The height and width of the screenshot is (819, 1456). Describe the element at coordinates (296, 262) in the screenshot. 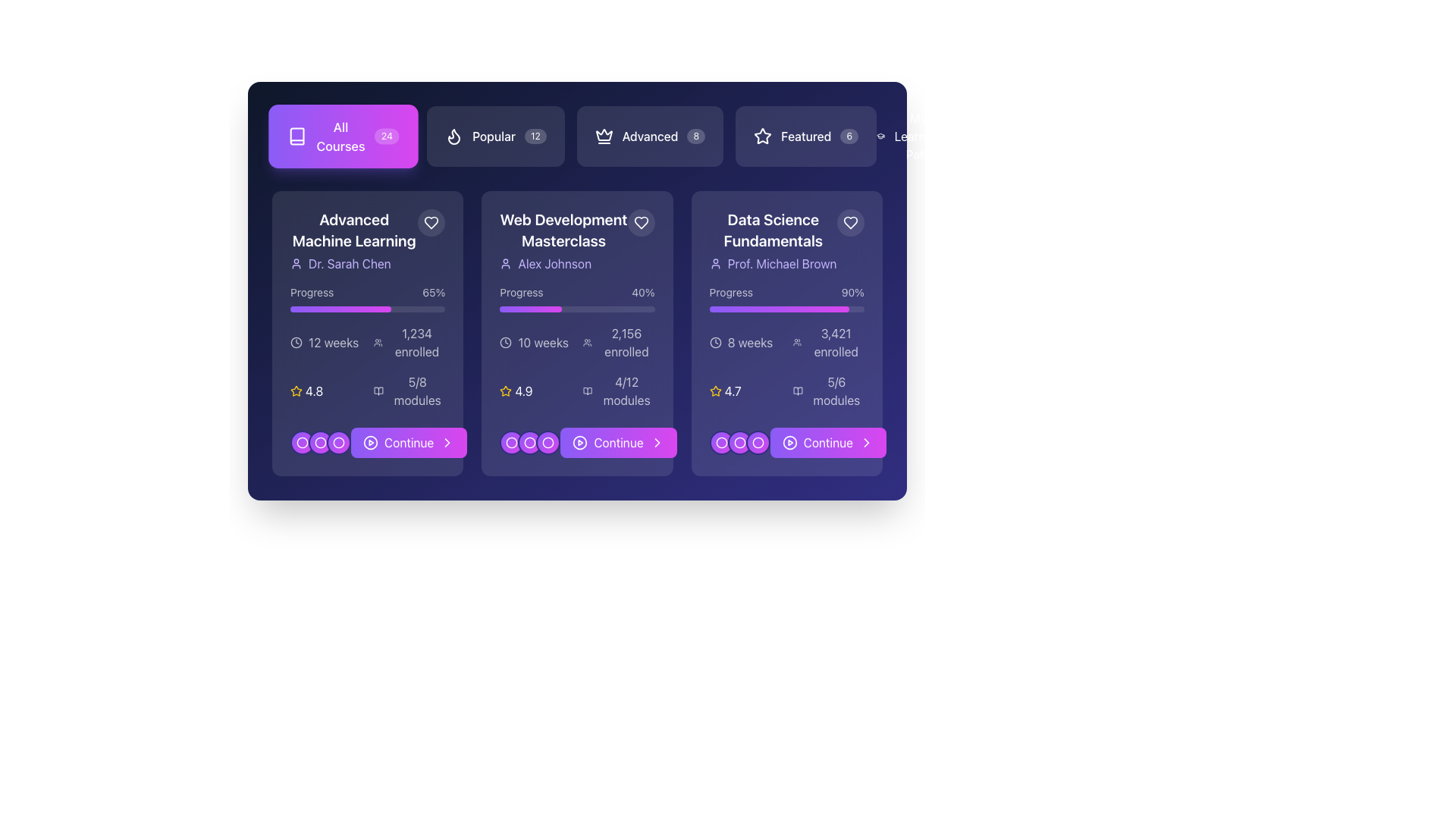

I see `the SVG icon representing a user symbol, which is located to the left of the text label 'Dr. Sarah Chen'` at that location.